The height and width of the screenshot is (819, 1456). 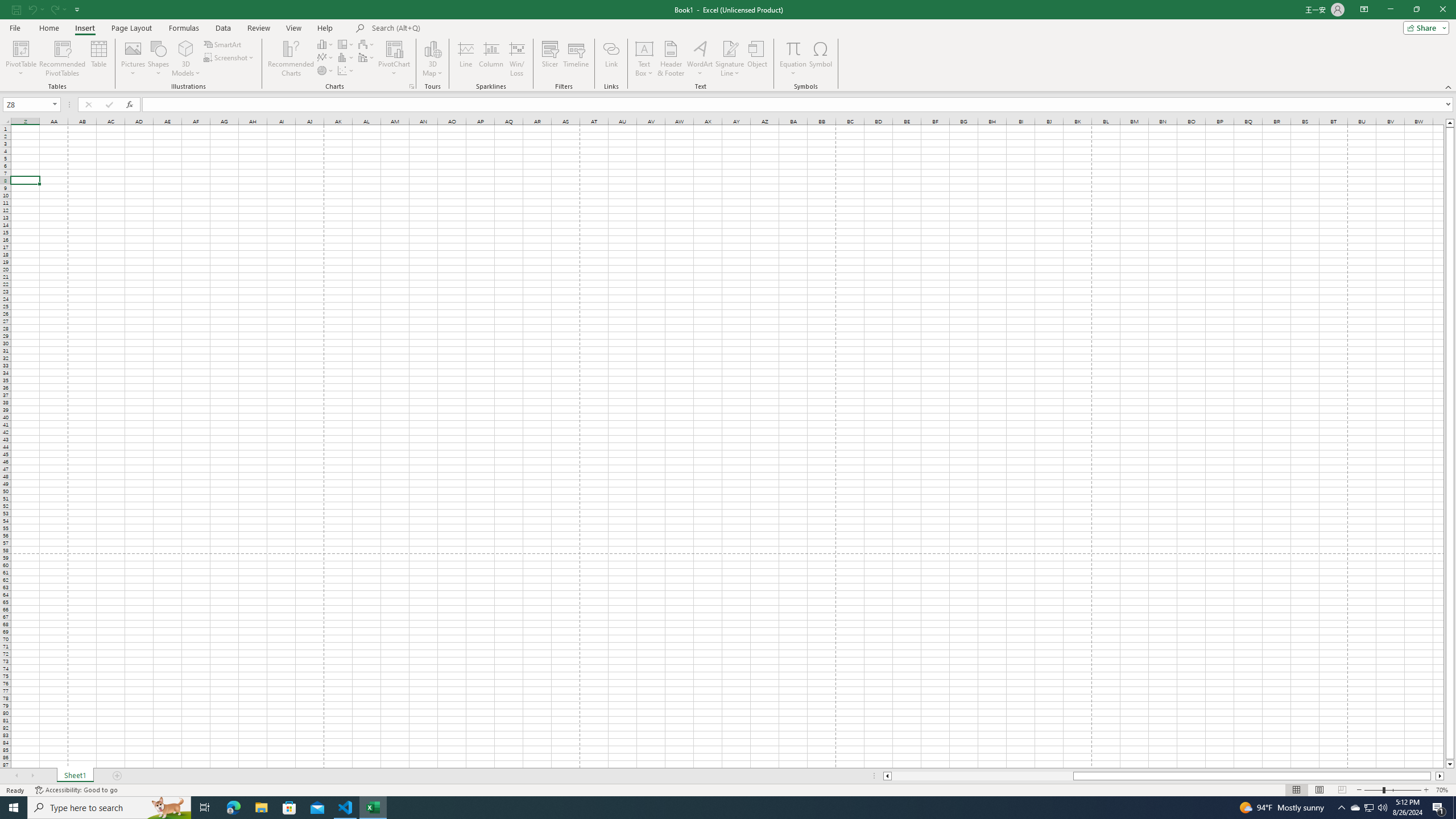 What do you see at coordinates (671, 59) in the screenshot?
I see `'Header & Footer...'` at bounding box center [671, 59].